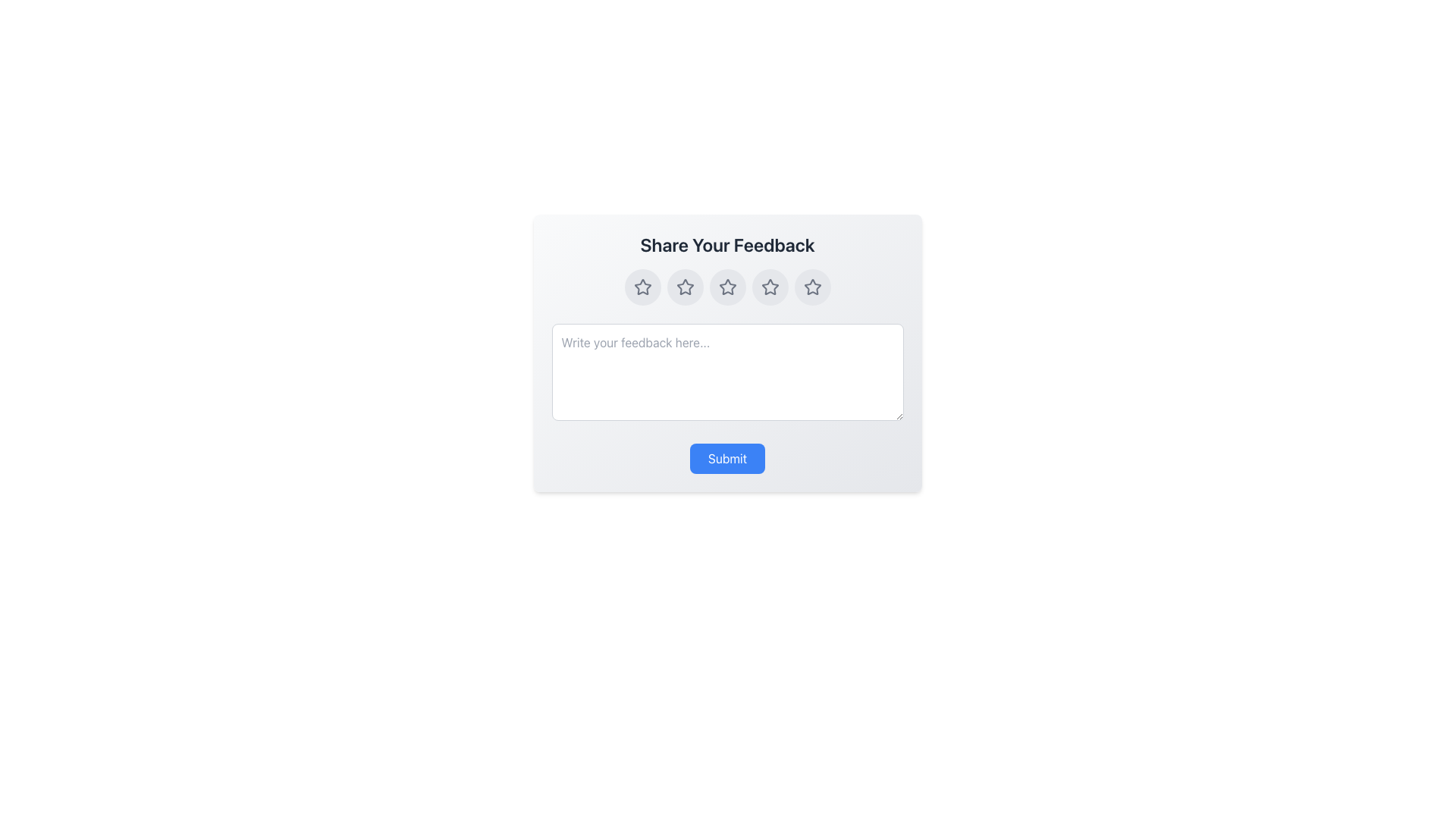  What do you see at coordinates (726, 287) in the screenshot?
I see `on the interactive star icon in the Rating component, located below the title 'Share Your Feedback' and above the feedback input box` at bounding box center [726, 287].